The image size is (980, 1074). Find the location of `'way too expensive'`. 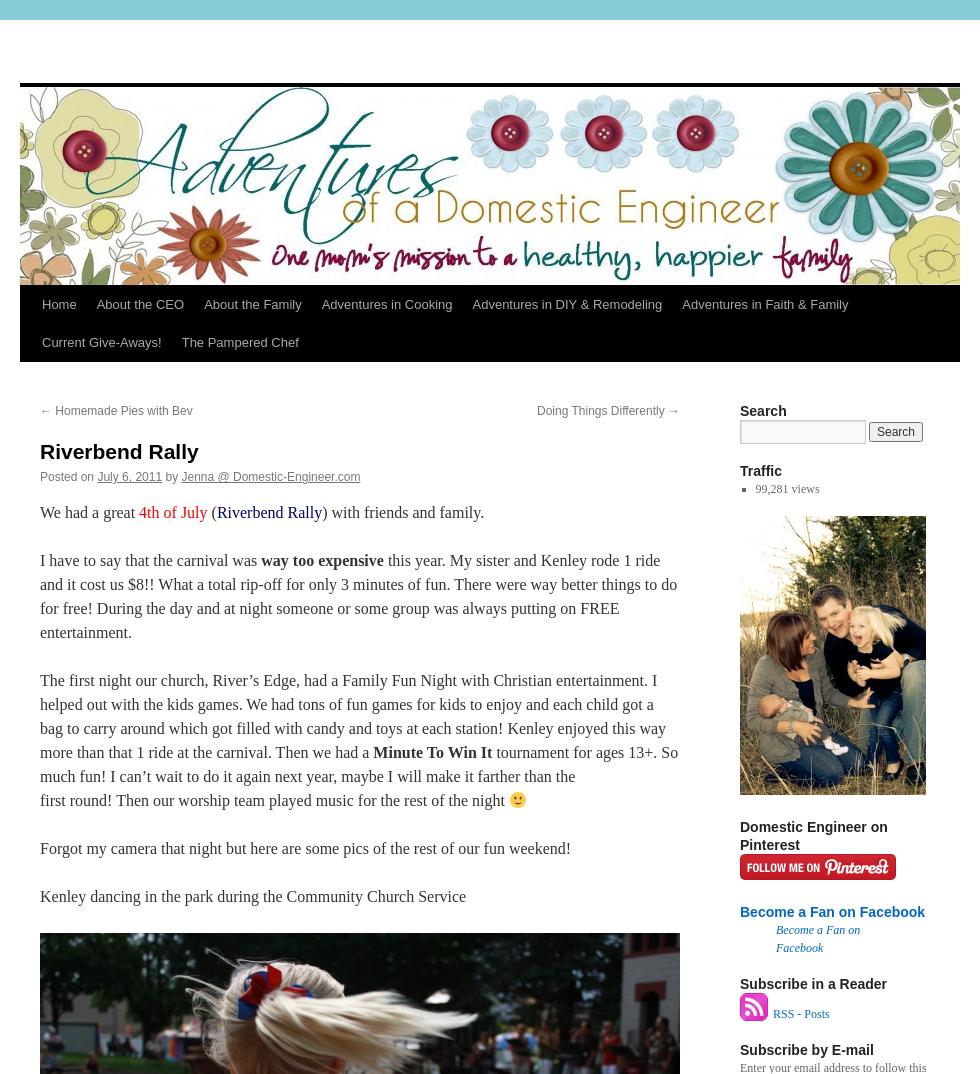

'way too expensive' is located at coordinates (322, 559).